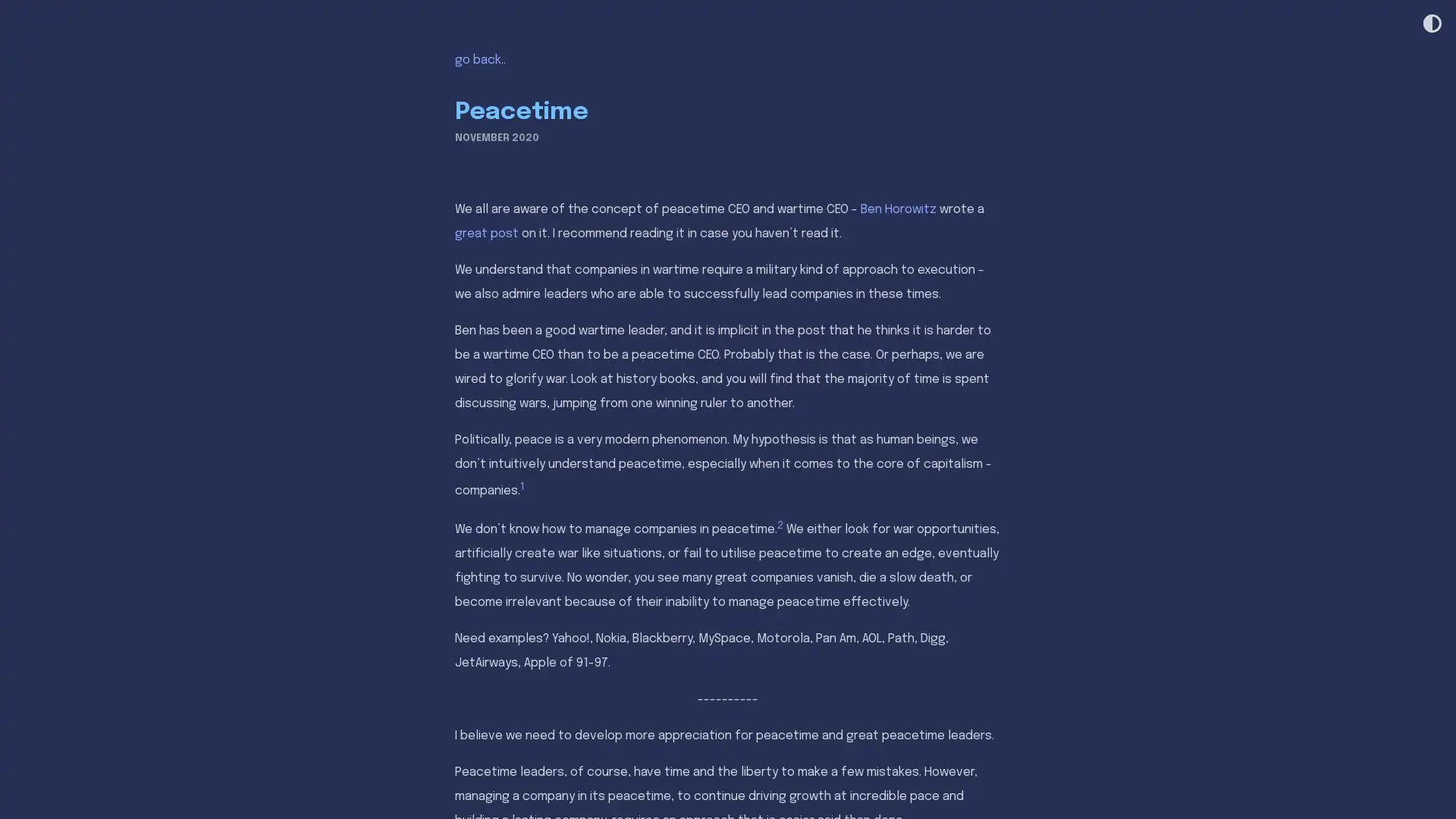  What do you see at coordinates (1430, 24) in the screenshot?
I see `Toggle Theme` at bounding box center [1430, 24].